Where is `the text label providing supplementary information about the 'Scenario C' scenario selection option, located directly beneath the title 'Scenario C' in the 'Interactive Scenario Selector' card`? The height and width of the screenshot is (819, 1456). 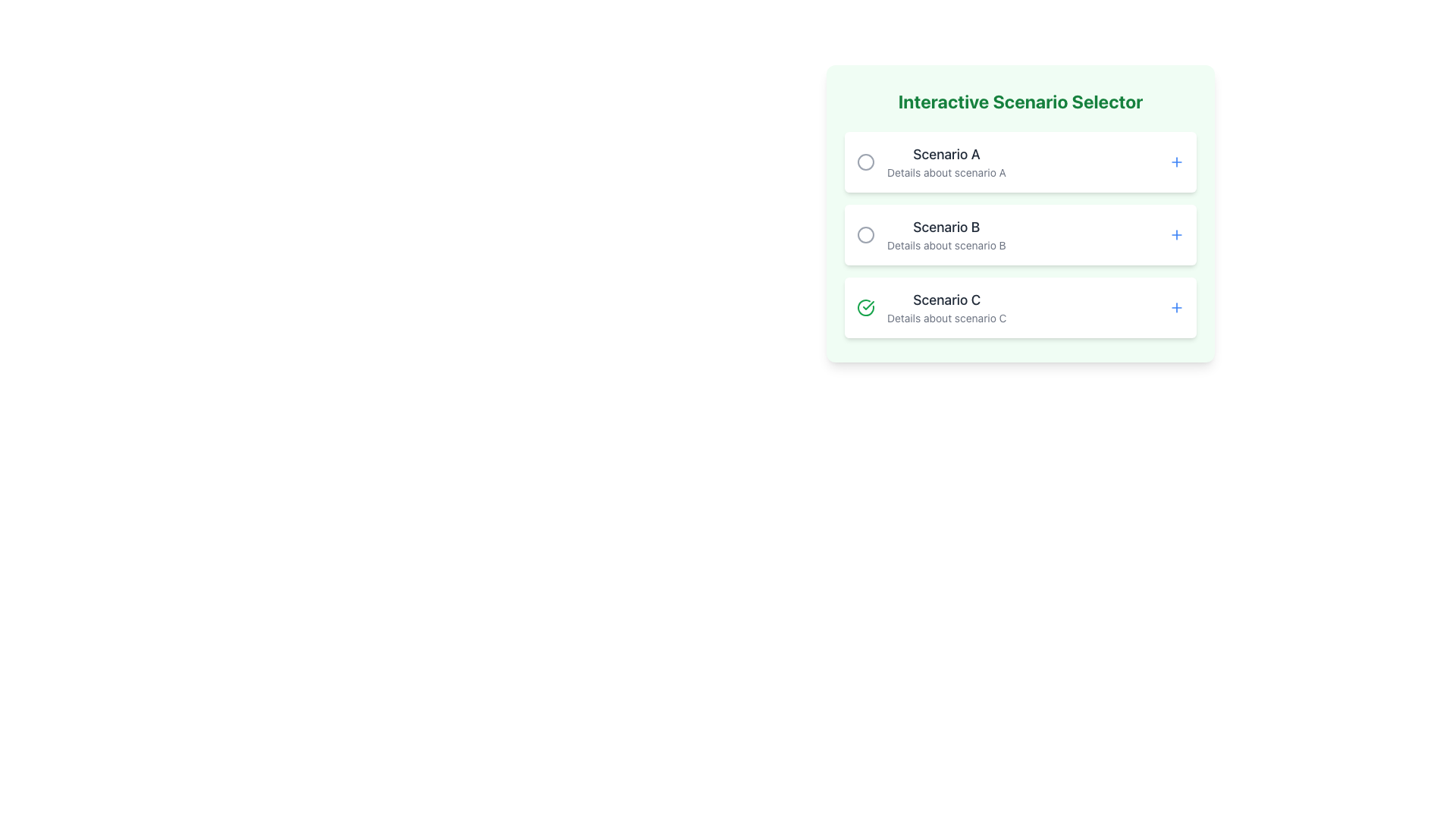 the text label providing supplementary information about the 'Scenario C' scenario selection option, located directly beneath the title 'Scenario C' in the 'Interactive Scenario Selector' card is located at coordinates (946, 318).